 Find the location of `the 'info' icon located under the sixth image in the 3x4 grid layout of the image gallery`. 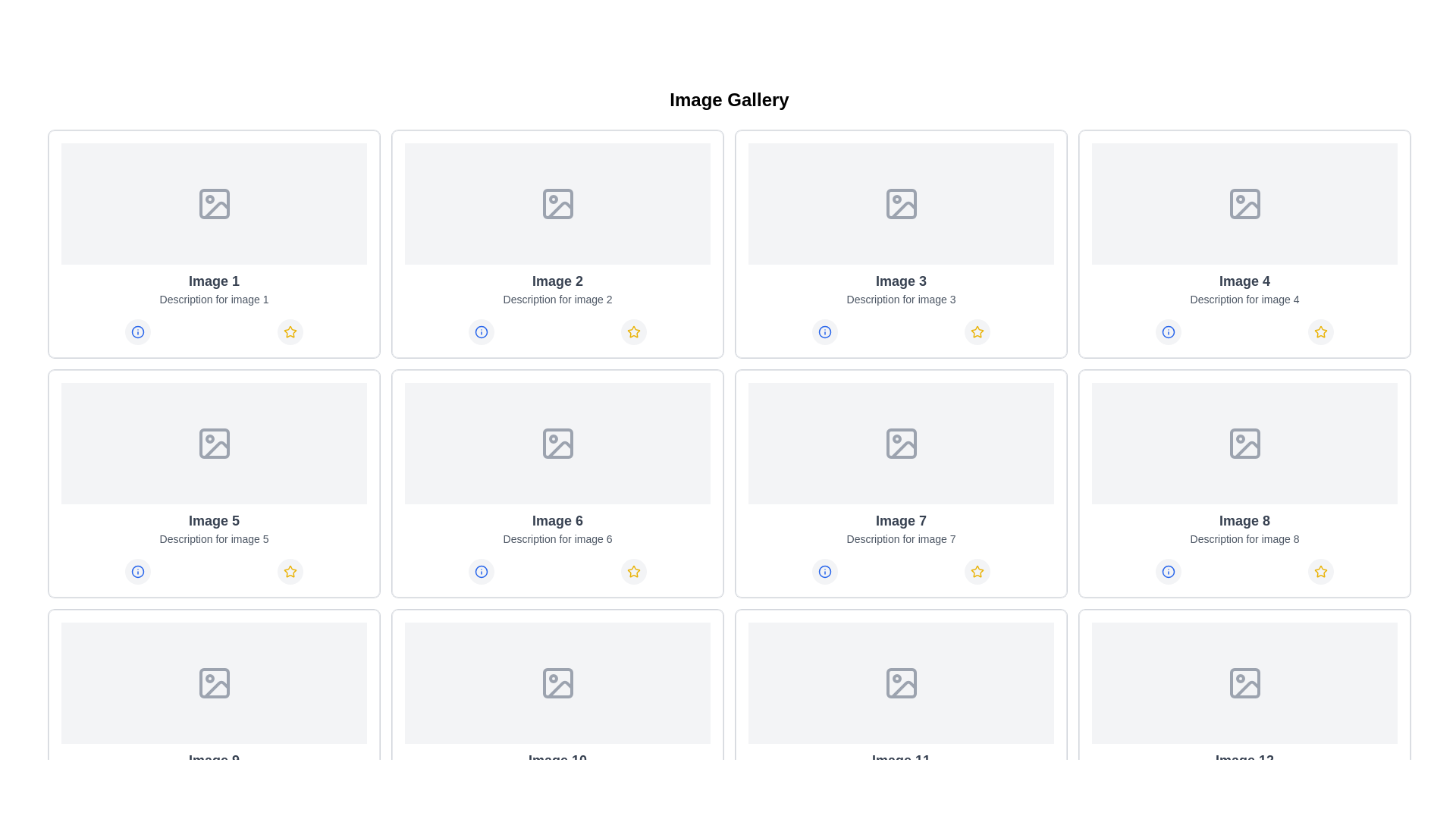

the 'info' icon located under the sixth image in the 3x4 grid layout of the image gallery is located at coordinates (480, 571).